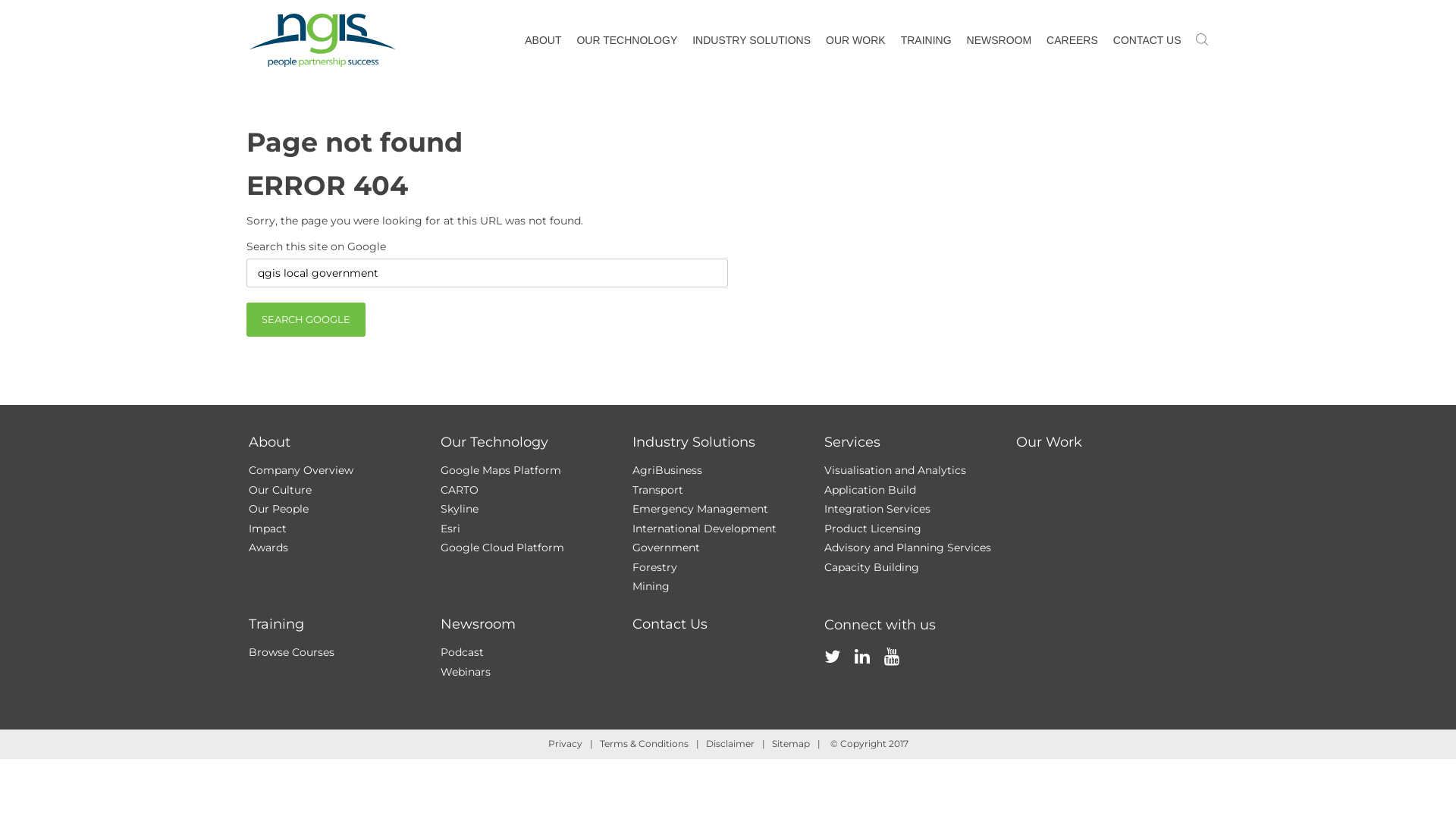  I want to click on 'NGIS', so click(322, 39).